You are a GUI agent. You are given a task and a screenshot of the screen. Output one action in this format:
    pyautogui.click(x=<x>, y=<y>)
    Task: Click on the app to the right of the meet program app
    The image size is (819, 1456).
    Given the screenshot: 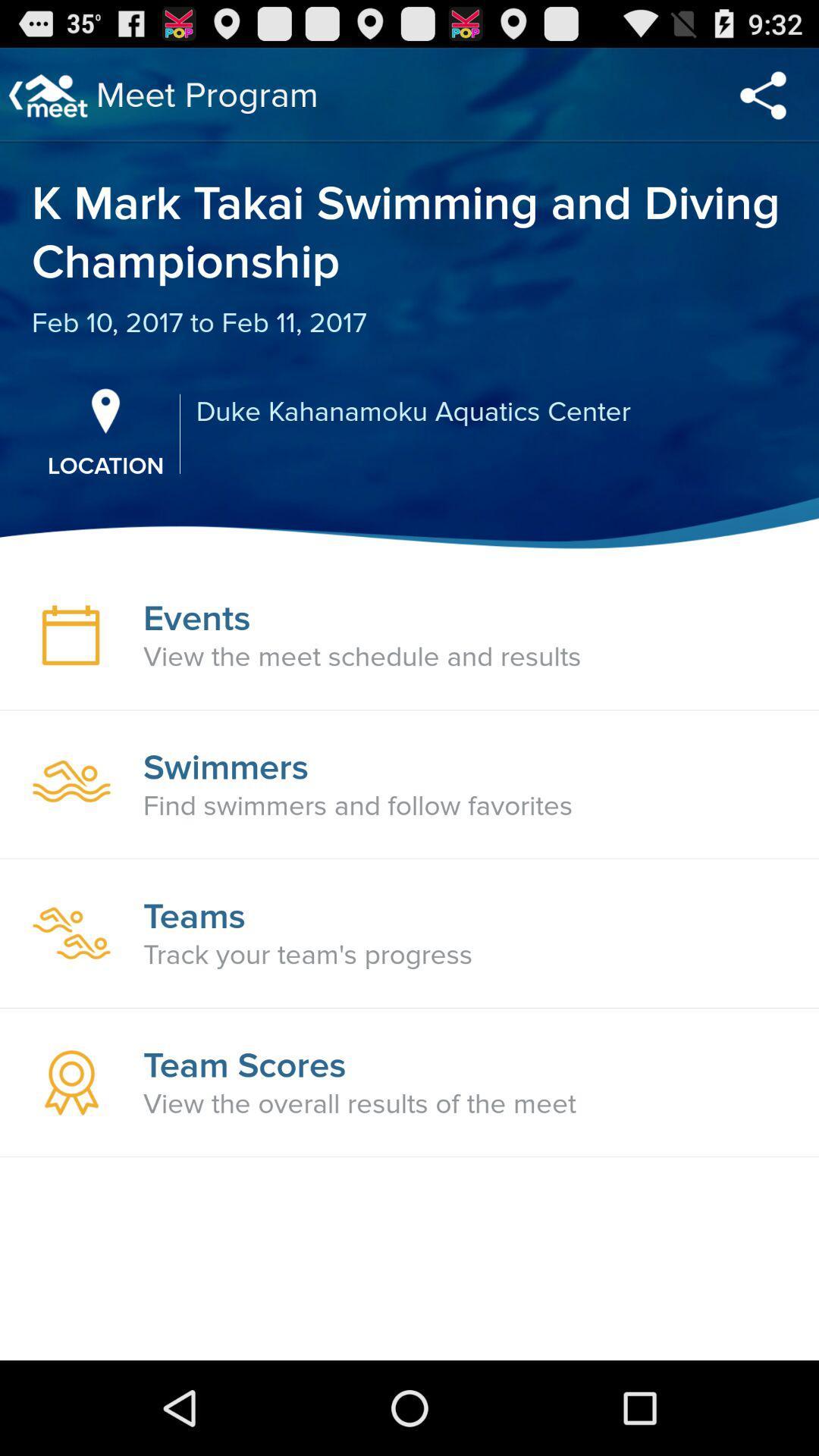 What is the action you would take?
    pyautogui.click(x=763, y=94)
    